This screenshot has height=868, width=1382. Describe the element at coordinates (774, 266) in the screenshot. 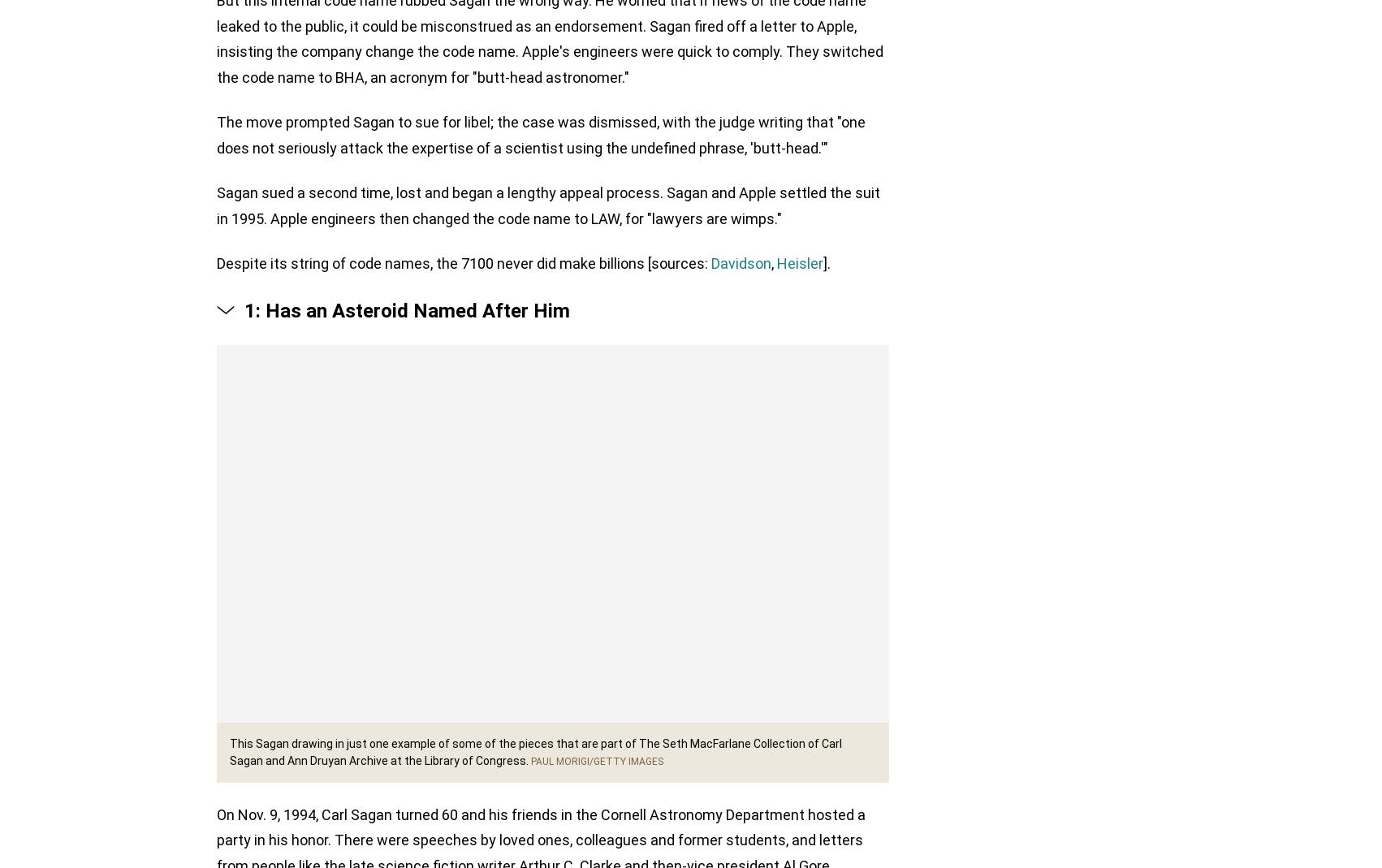

I see `','` at that location.